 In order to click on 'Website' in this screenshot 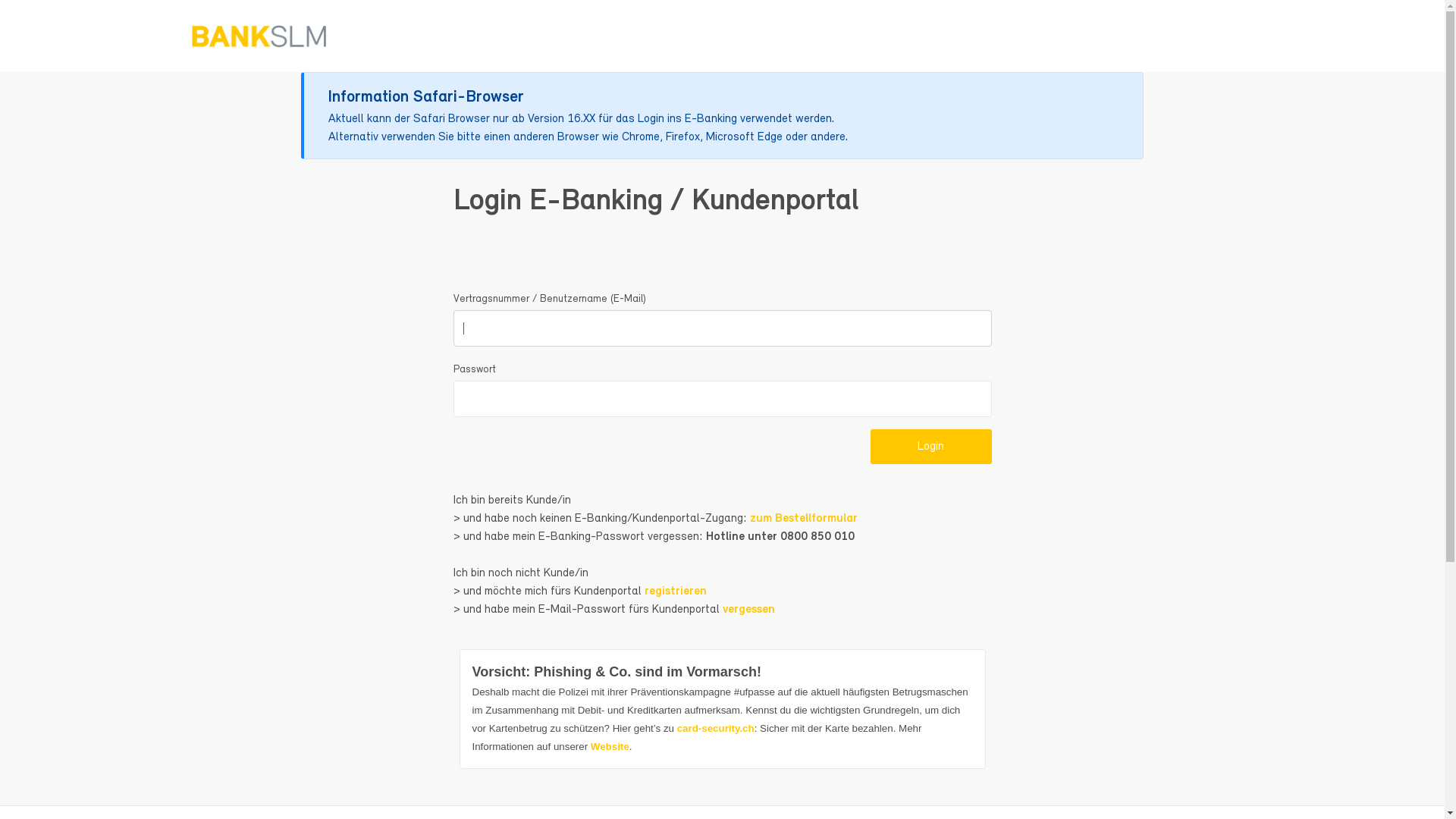, I will do `click(610, 745)`.